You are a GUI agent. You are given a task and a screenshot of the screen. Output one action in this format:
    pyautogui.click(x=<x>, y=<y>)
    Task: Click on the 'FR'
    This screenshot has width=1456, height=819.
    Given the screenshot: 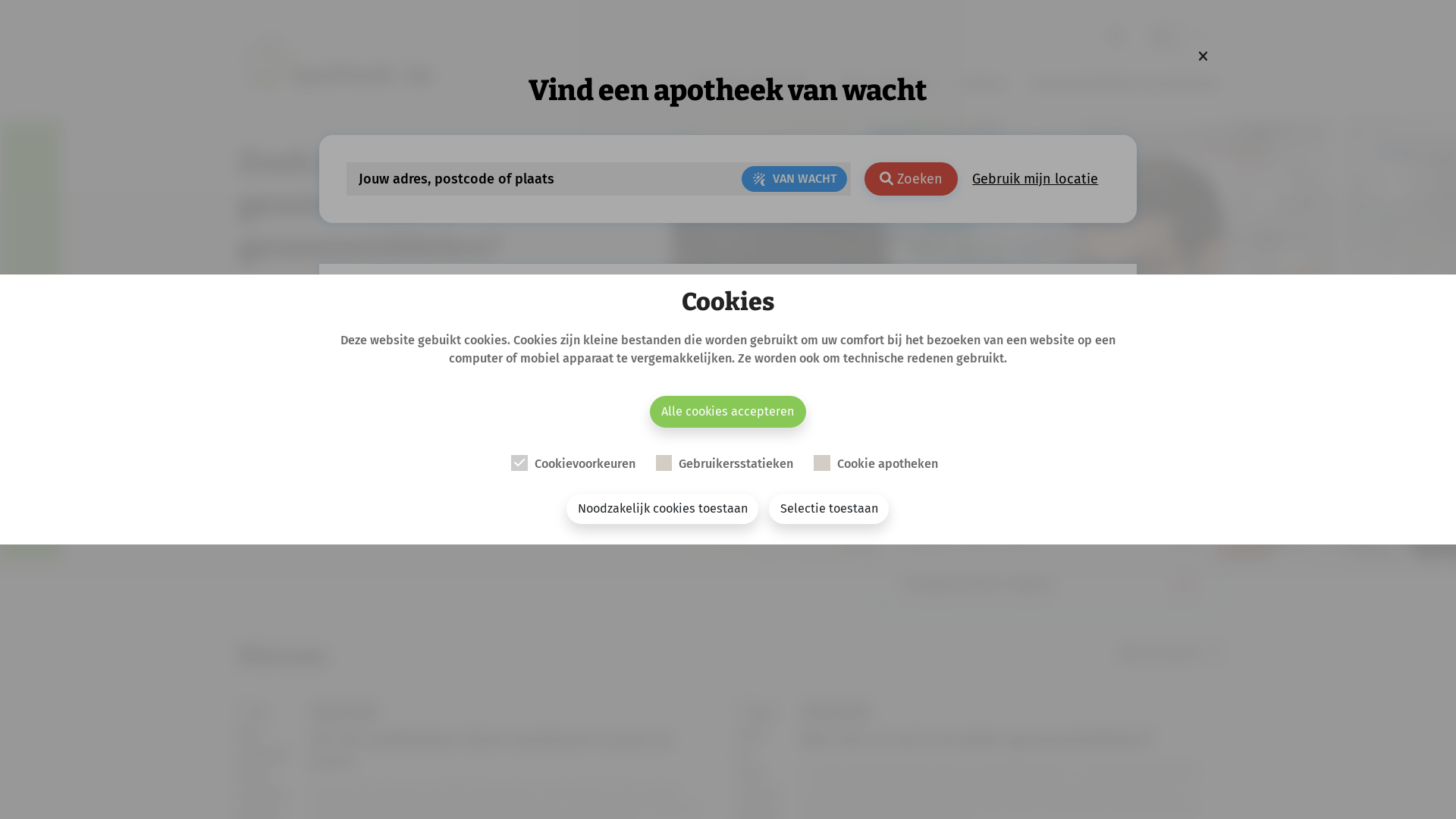 What is the action you would take?
    pyautogui.click(x=1199, y=36)
    